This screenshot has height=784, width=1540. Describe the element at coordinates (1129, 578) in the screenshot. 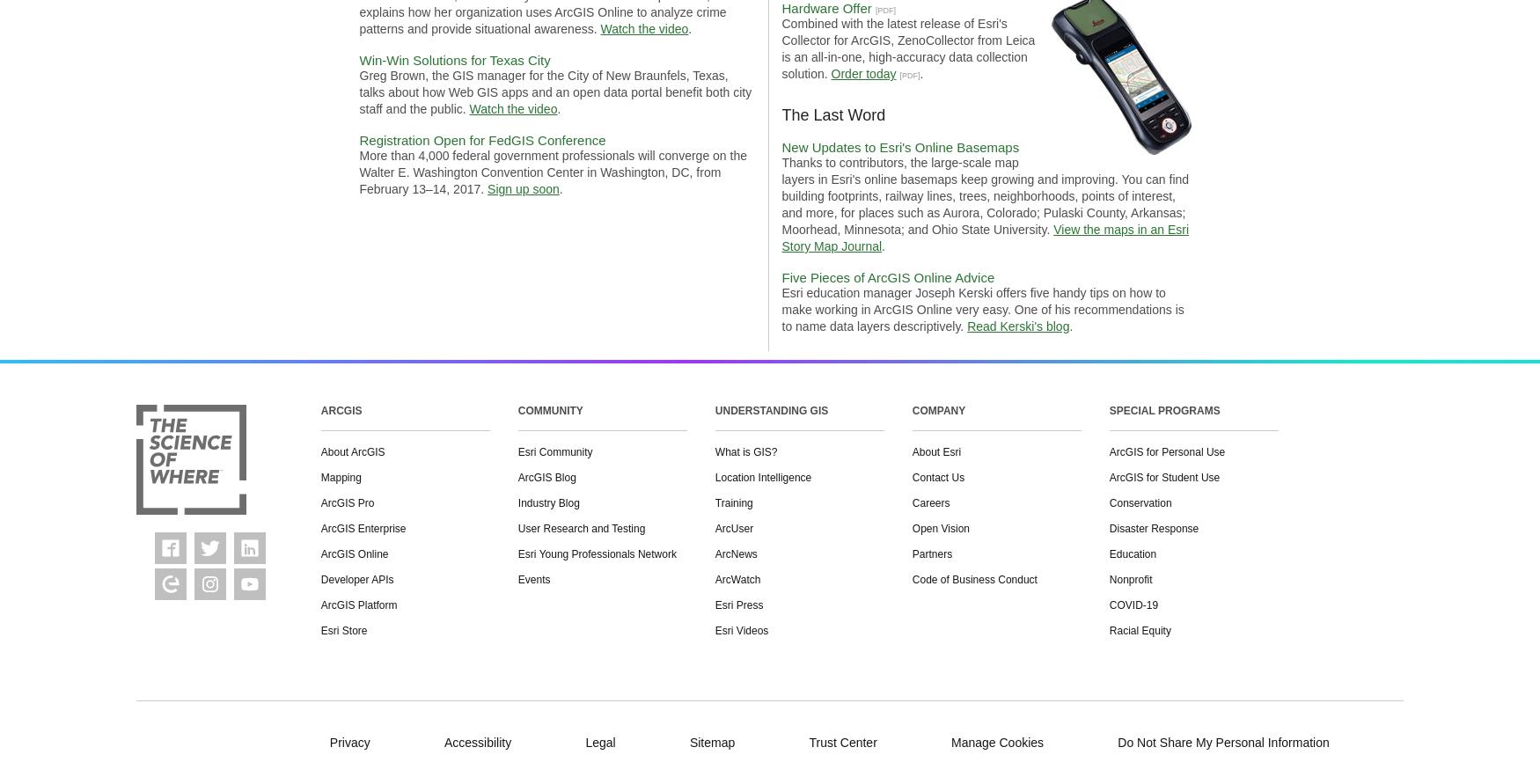

I see `'Nonprofit'` at that location.